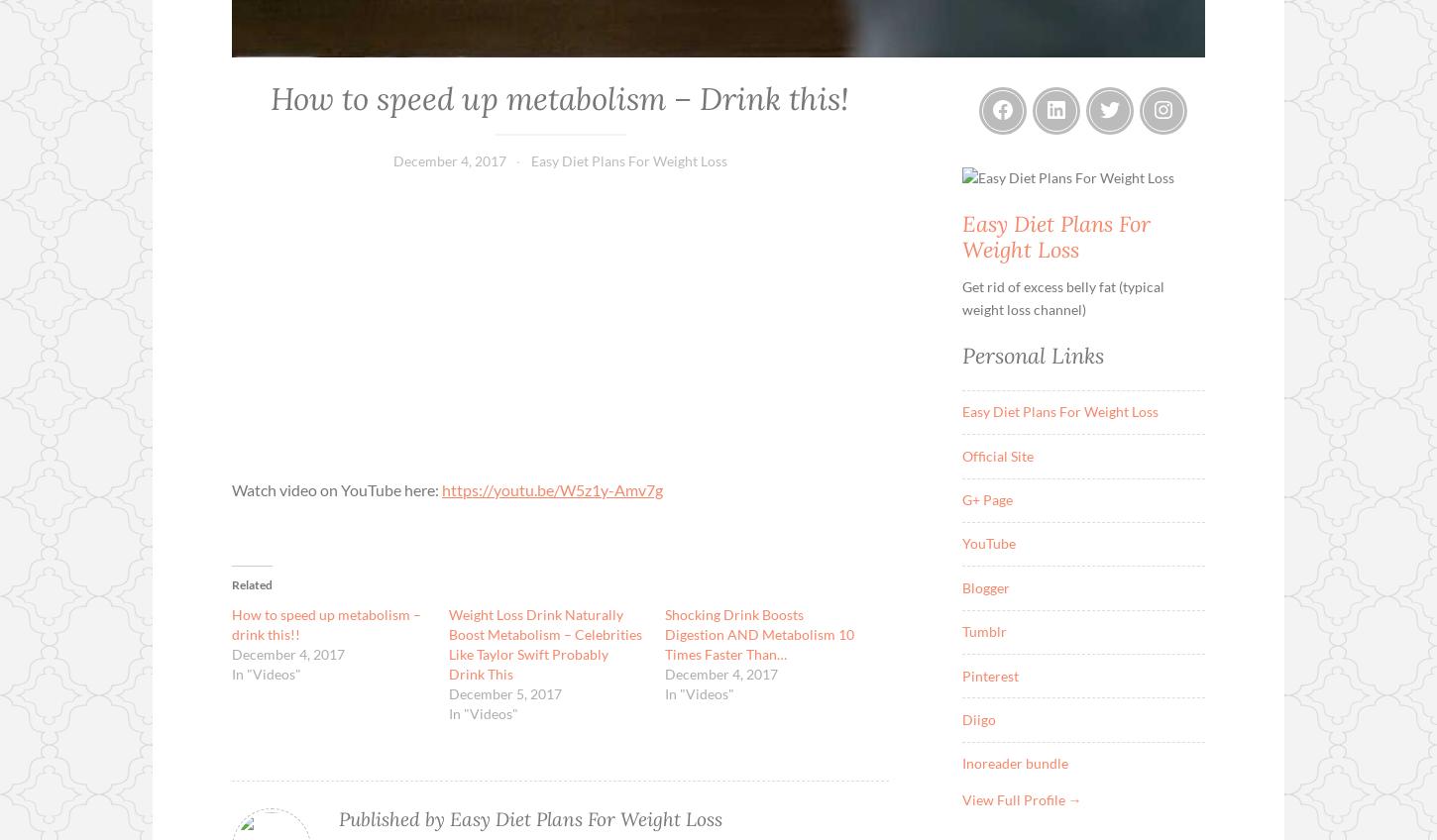  I want to click on 'Diigo', so click(978, 718).